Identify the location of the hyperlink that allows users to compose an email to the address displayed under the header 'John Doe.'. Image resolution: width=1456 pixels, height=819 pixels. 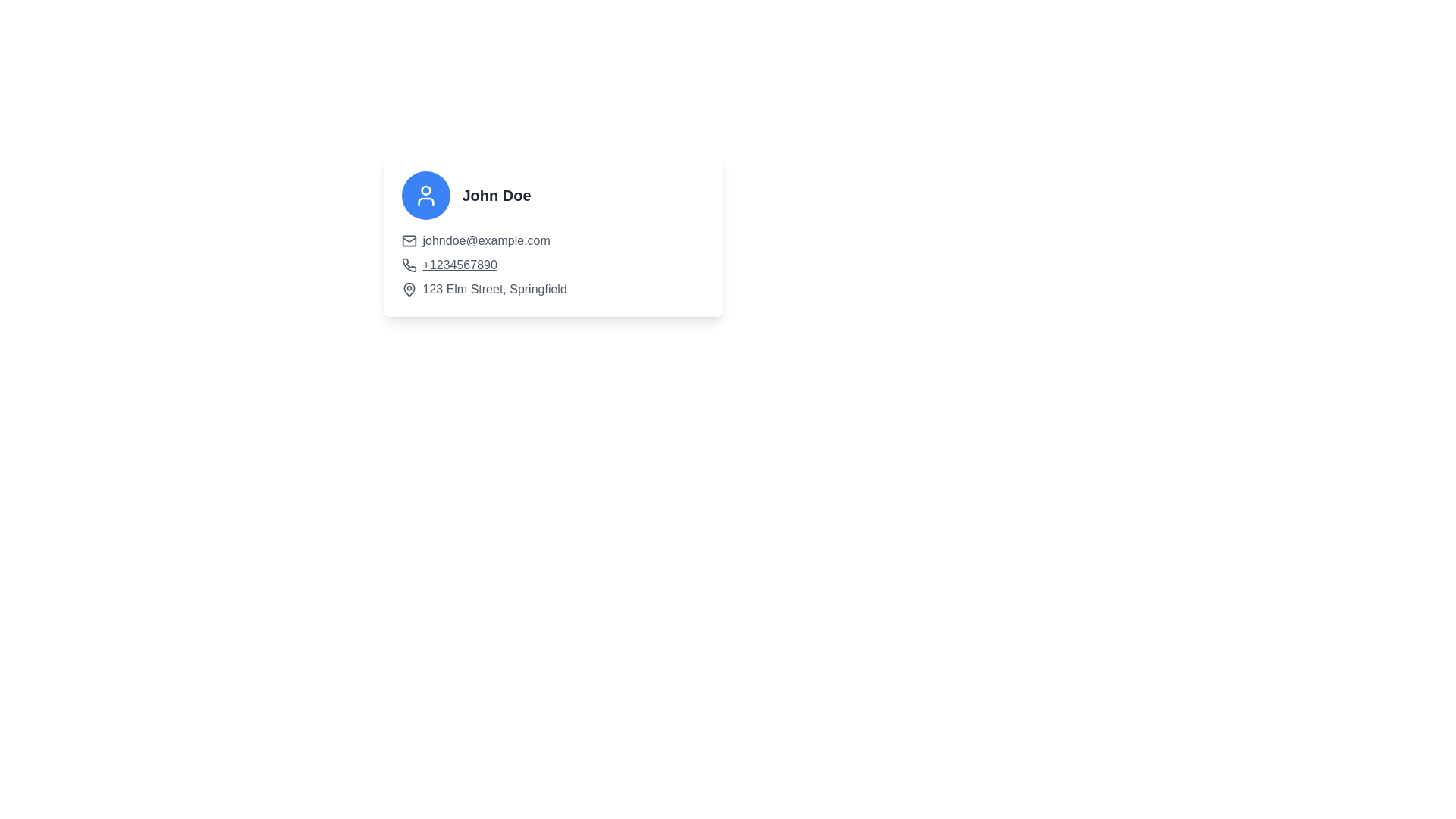
(486, 240).